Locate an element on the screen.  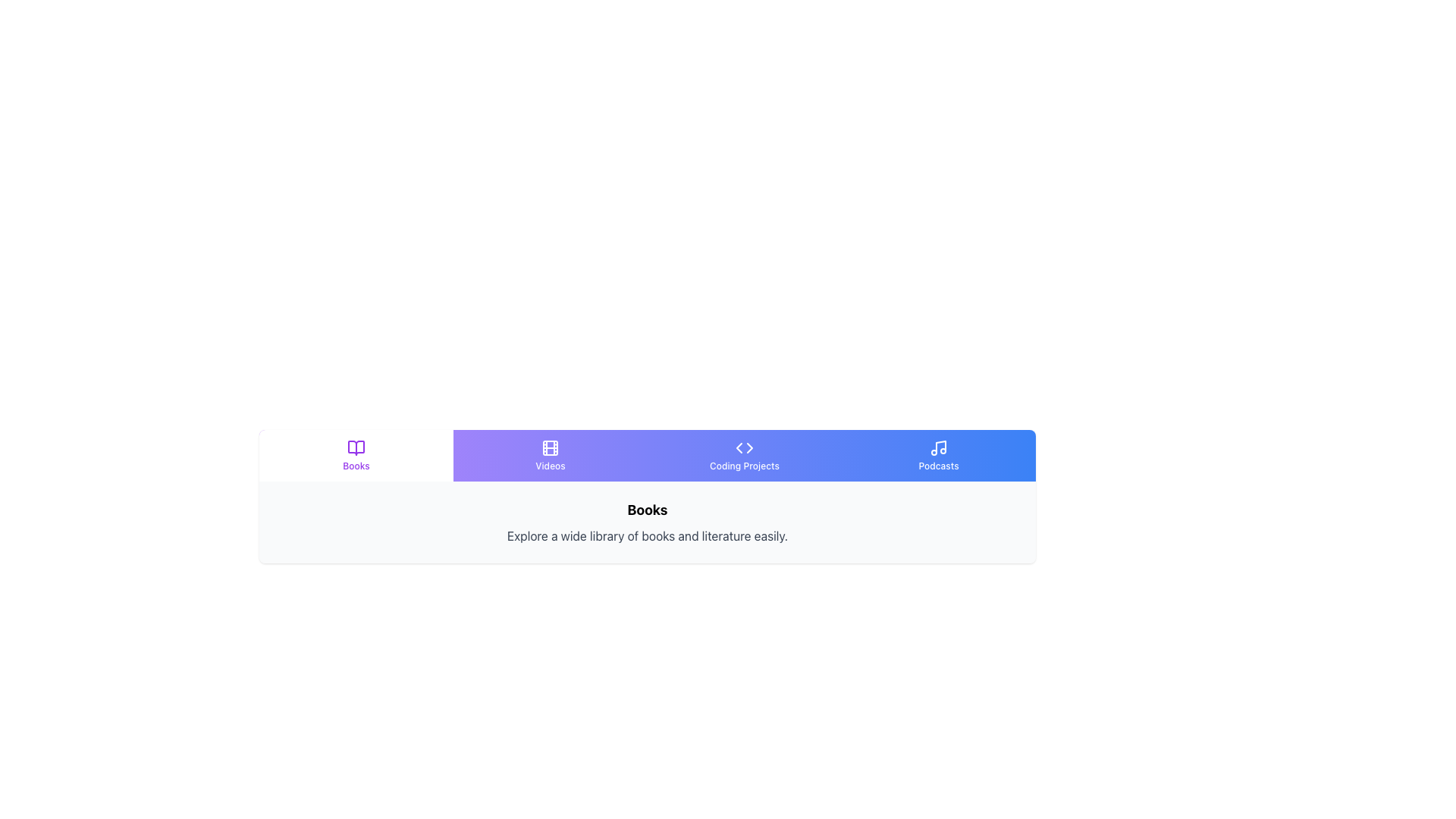
the blue icon resembling coding brackets or inward-pointing arrows in the 'Coding Projects' tab of the navigation bar is located at coordinates (745, 447).